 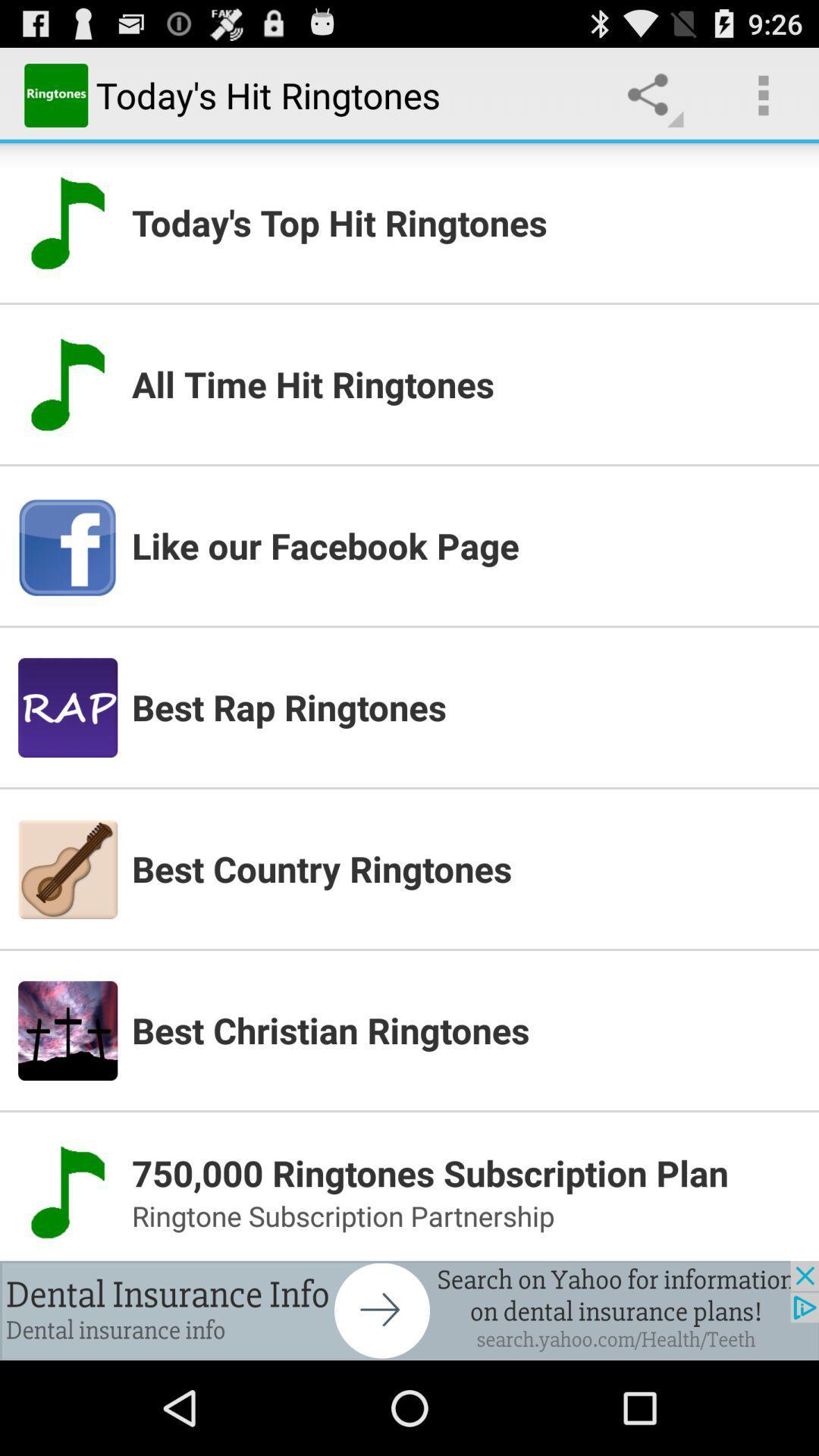 I want to click on connect to advertisement, so click(x=409, y=1310).